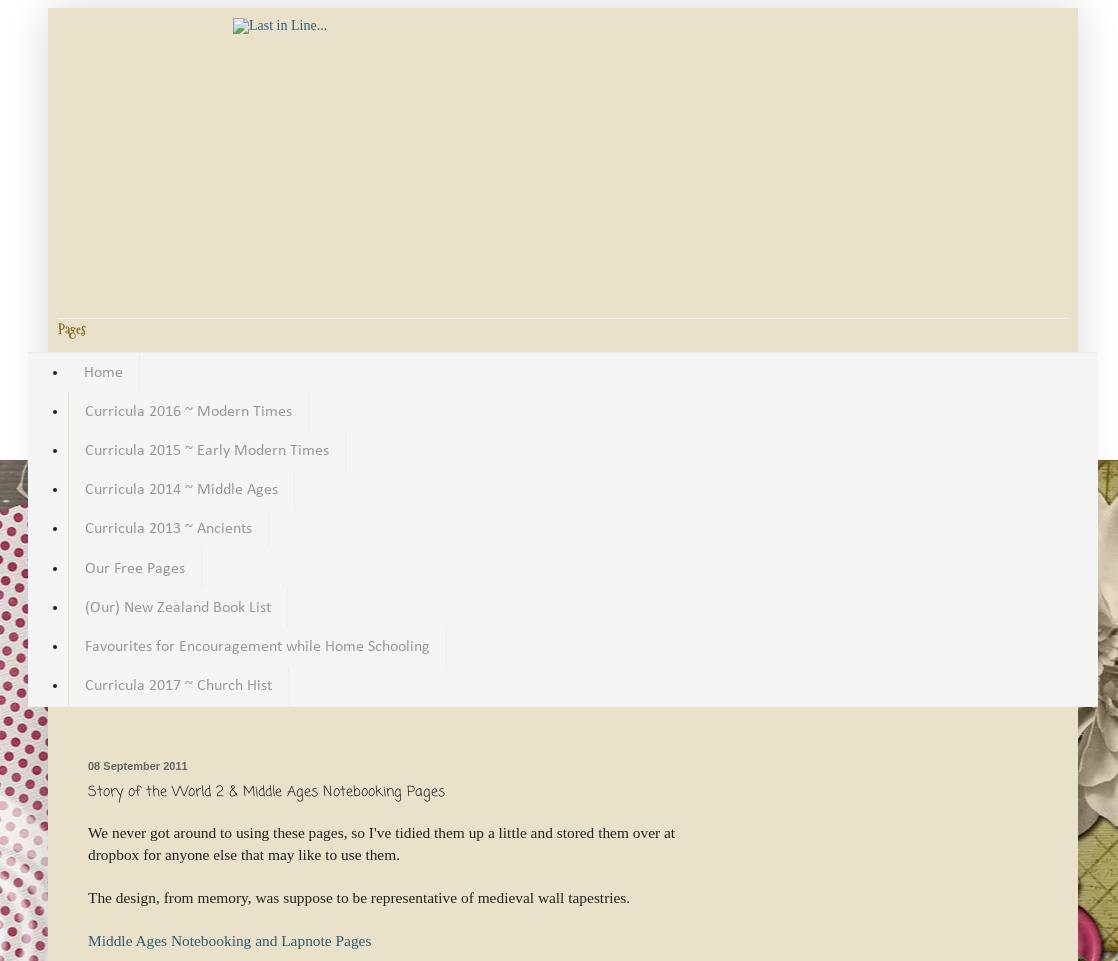 The image size is (1118, 961). I want to click on 'We never got around to using these pages, so I've tidied them up a little and stored them over at dropbox for anyone else that may like to use them.', so click(87, 842).